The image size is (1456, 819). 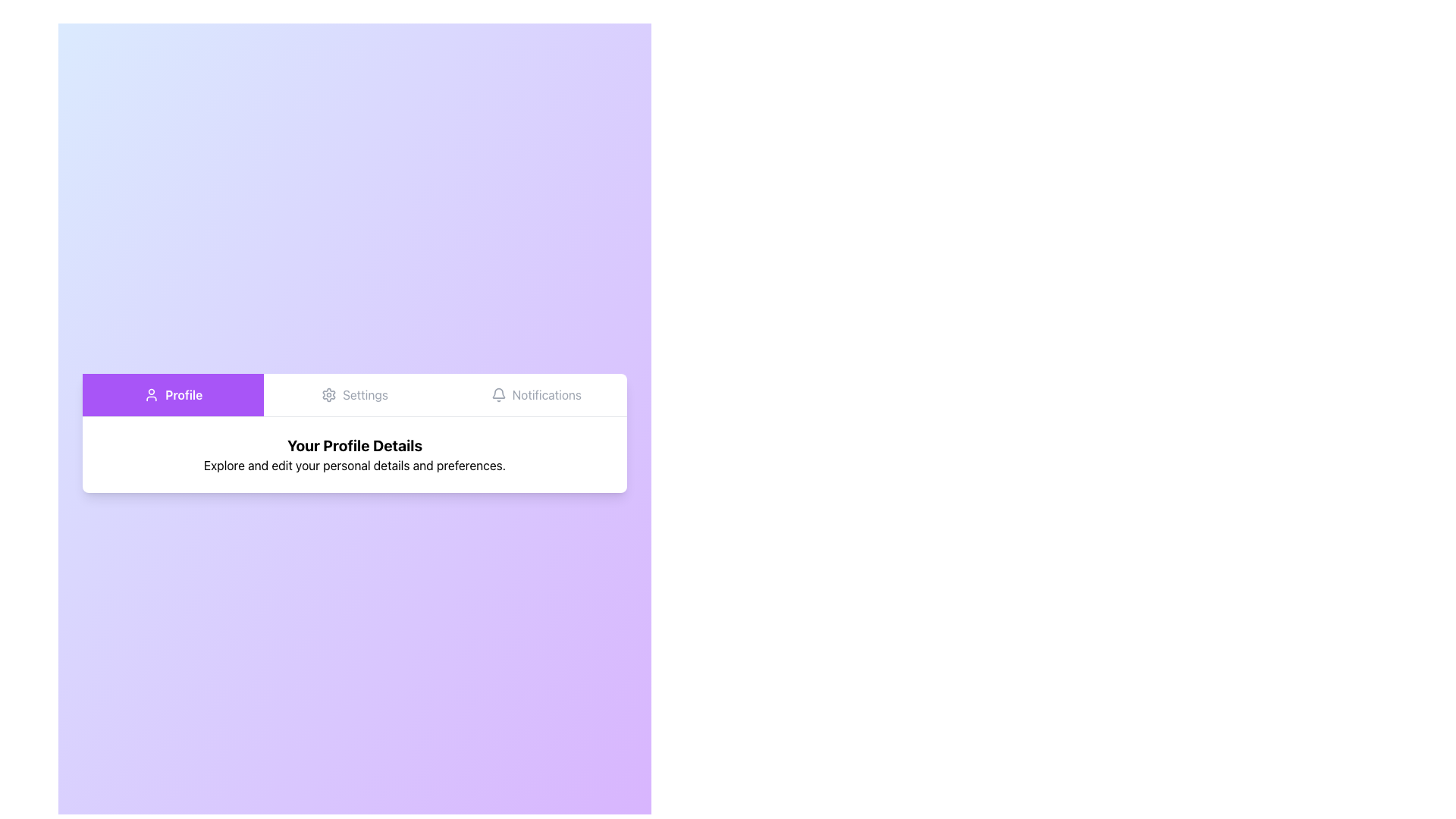 What do you see at coordinates (173, 394) in the screenshot?
I see `the 'Profile' button which has a purple background and white text, displaying the word 'Profile'` at bounding box center [173, 394].